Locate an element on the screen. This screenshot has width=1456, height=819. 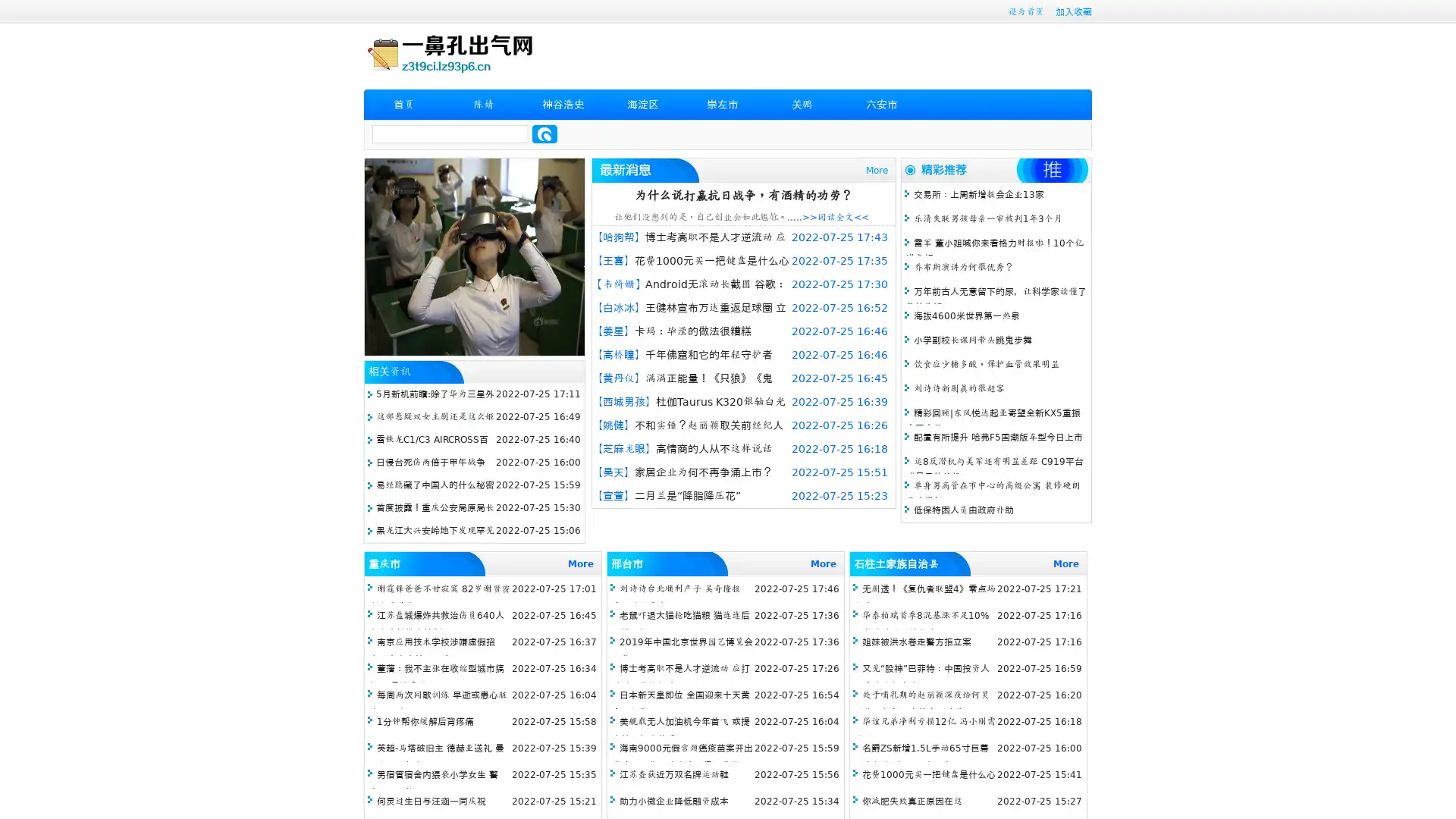
Search is located at coordinates (544, 133).